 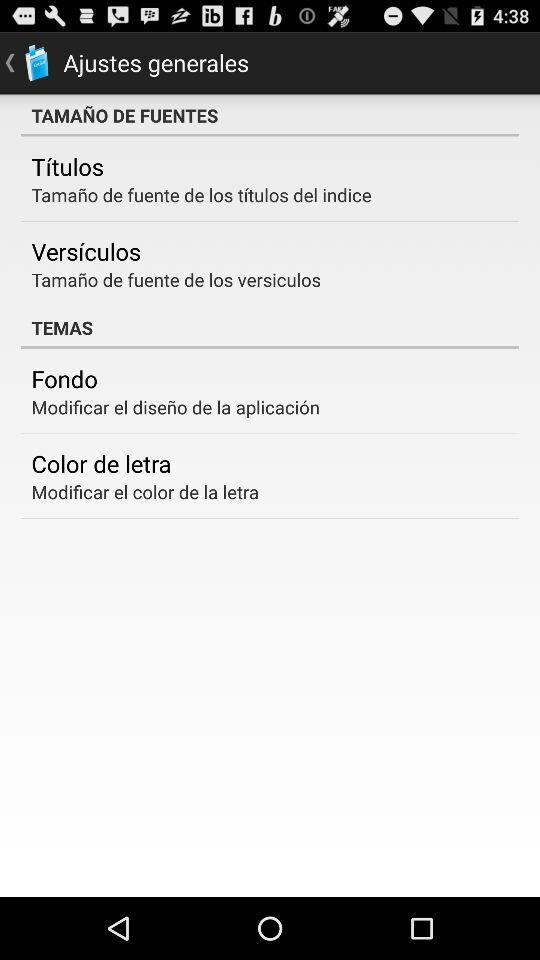 What do you see at coordinates (270, 327) in the screenshot?
I see `the temas icon` at bounding box center [270, 327].